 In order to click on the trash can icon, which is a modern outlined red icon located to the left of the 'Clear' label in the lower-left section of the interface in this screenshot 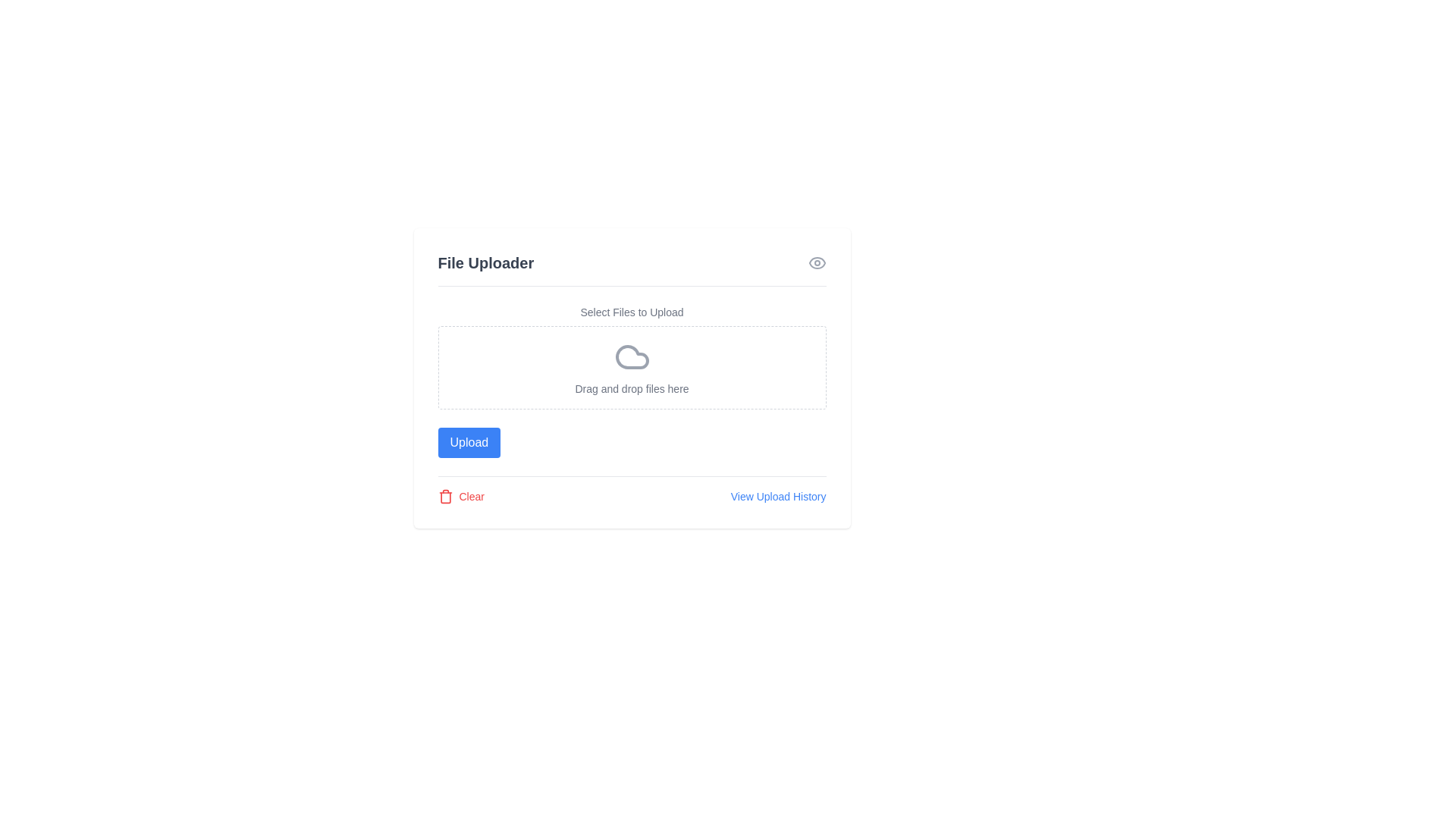, I will do `click(444, 497)`.